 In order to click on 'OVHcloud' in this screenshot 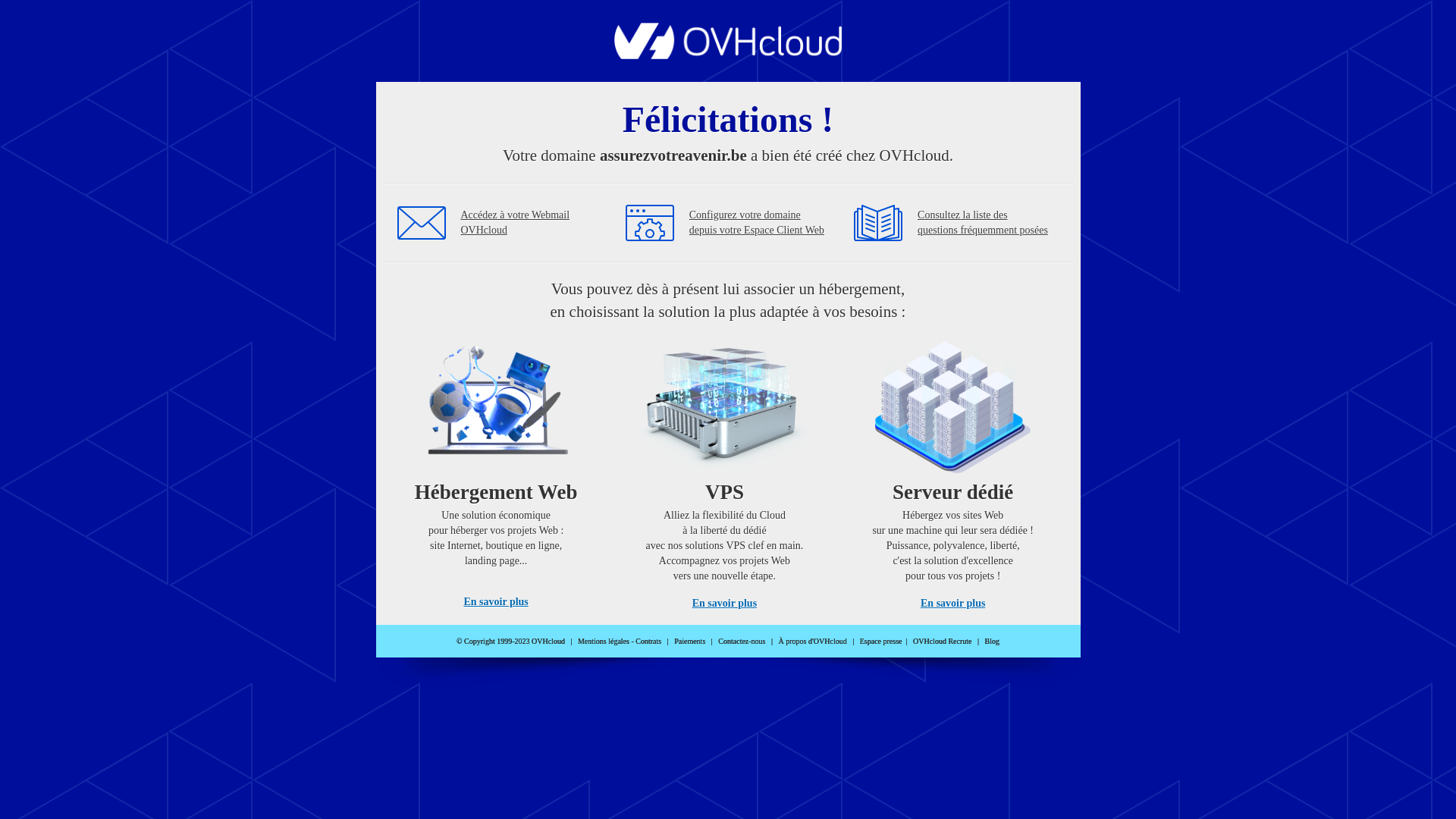, I will do `click(728, 54)`.